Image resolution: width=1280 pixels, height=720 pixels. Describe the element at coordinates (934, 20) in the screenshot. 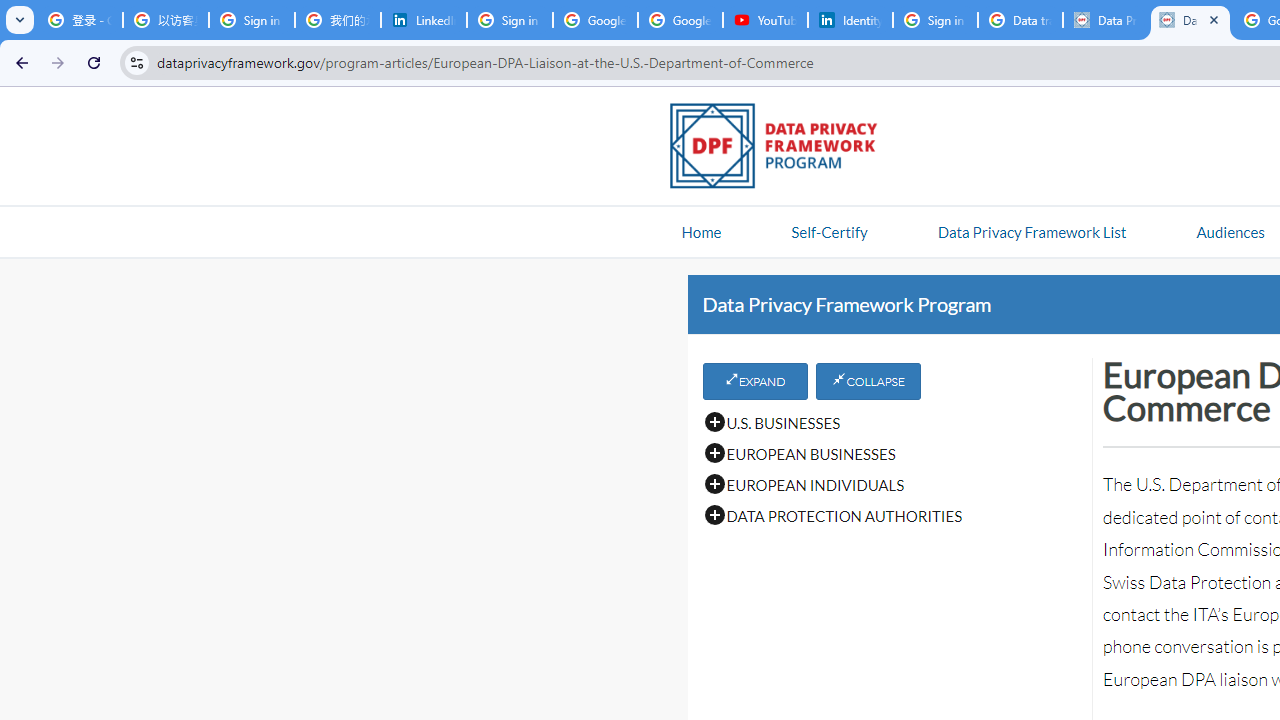

I see `'Sign in - Google Accounts'` at that location.